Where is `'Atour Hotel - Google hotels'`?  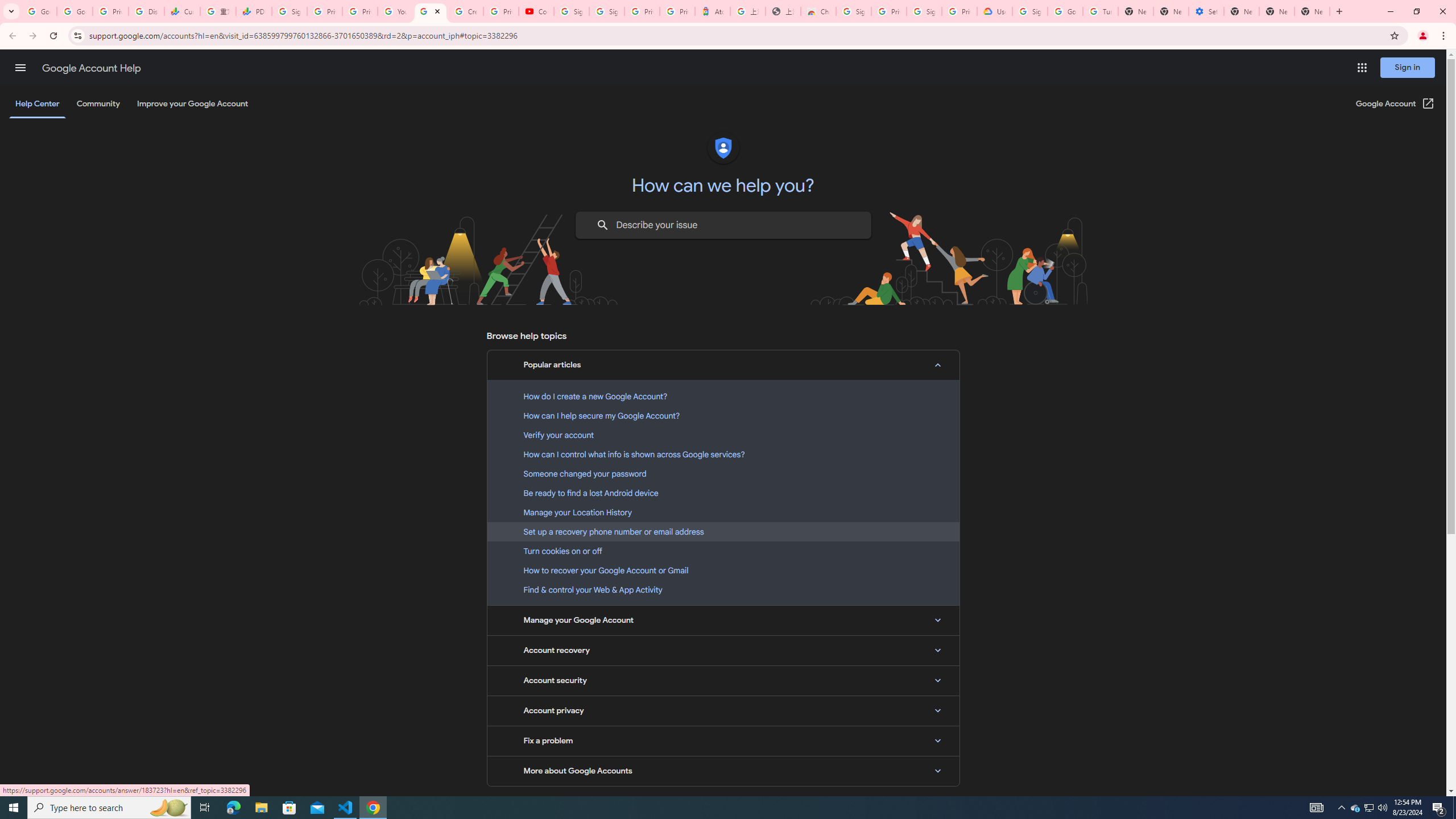
'Atour Hotel - Google hotels' is located at coordinates (712, 11).